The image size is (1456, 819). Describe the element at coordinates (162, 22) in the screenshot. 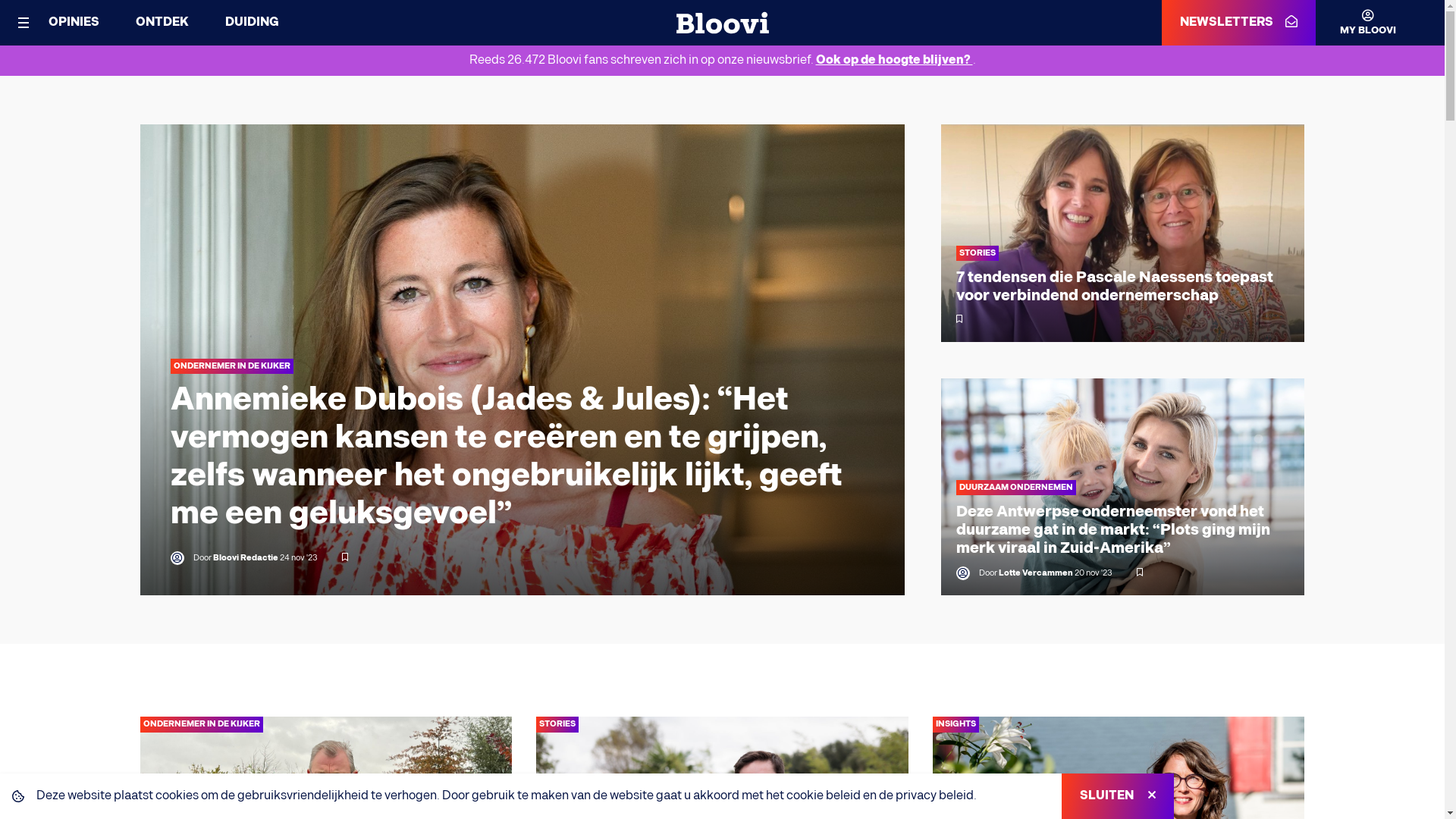

I see `'ONTDEK'` at that location.